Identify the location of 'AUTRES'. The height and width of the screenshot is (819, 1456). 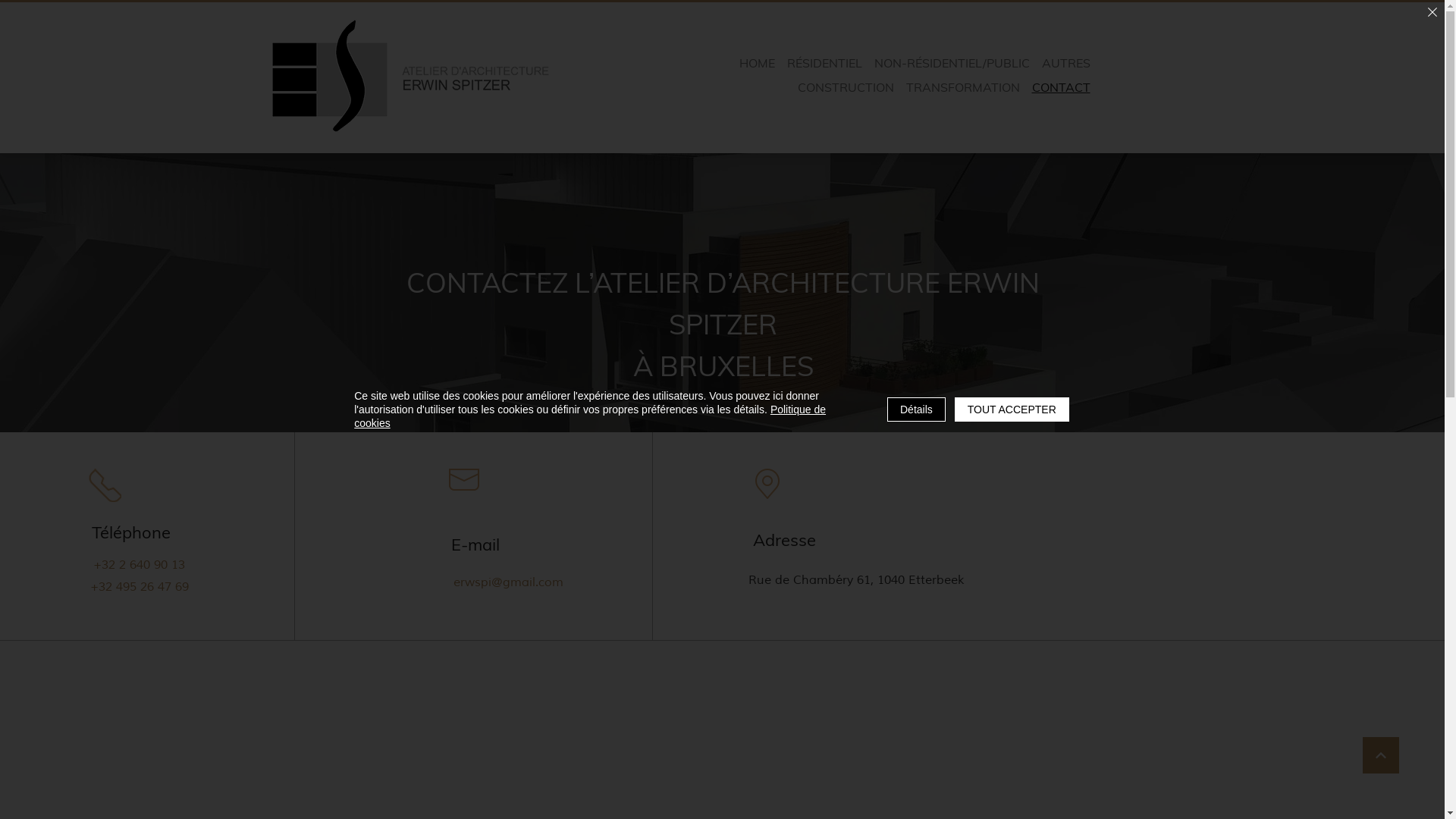
(1037, 62).